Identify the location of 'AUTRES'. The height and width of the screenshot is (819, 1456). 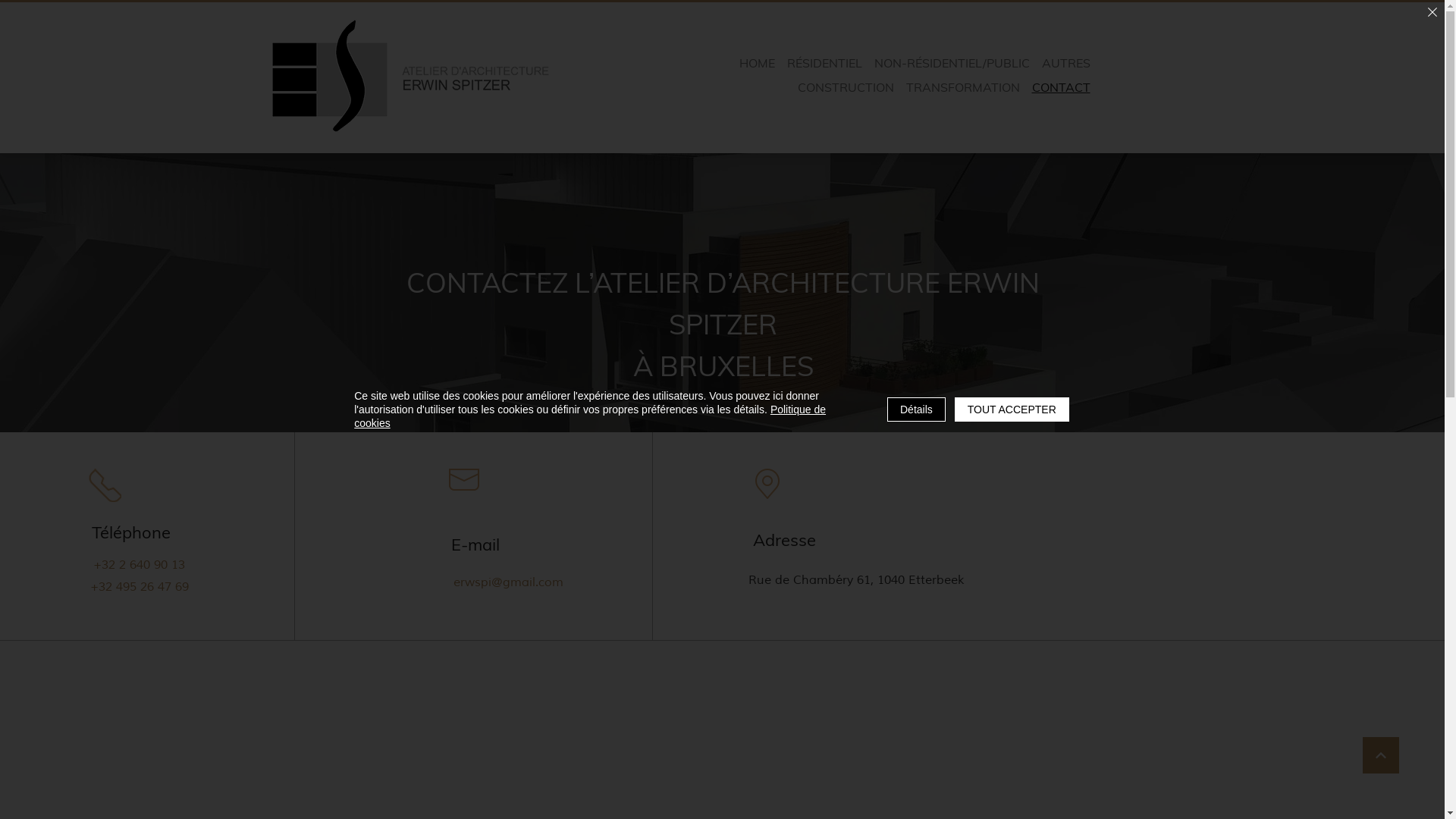
(1037, 62).